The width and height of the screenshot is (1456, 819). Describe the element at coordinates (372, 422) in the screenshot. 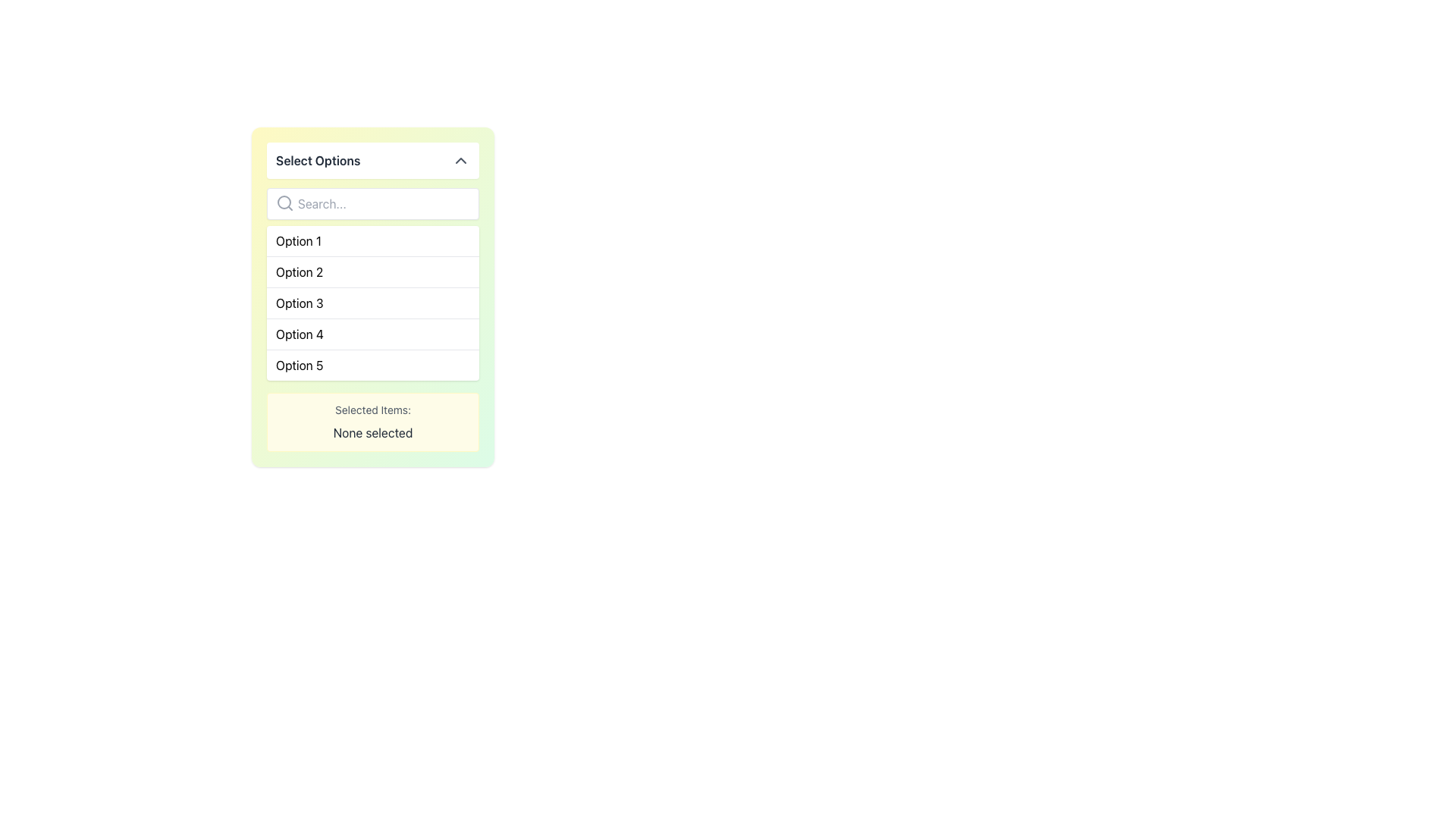

I see `the informational display panel at the bottom of the selection panel, which has a soft yellow background and contains the text 'Selected Items:' and 'None selected'` at that location.